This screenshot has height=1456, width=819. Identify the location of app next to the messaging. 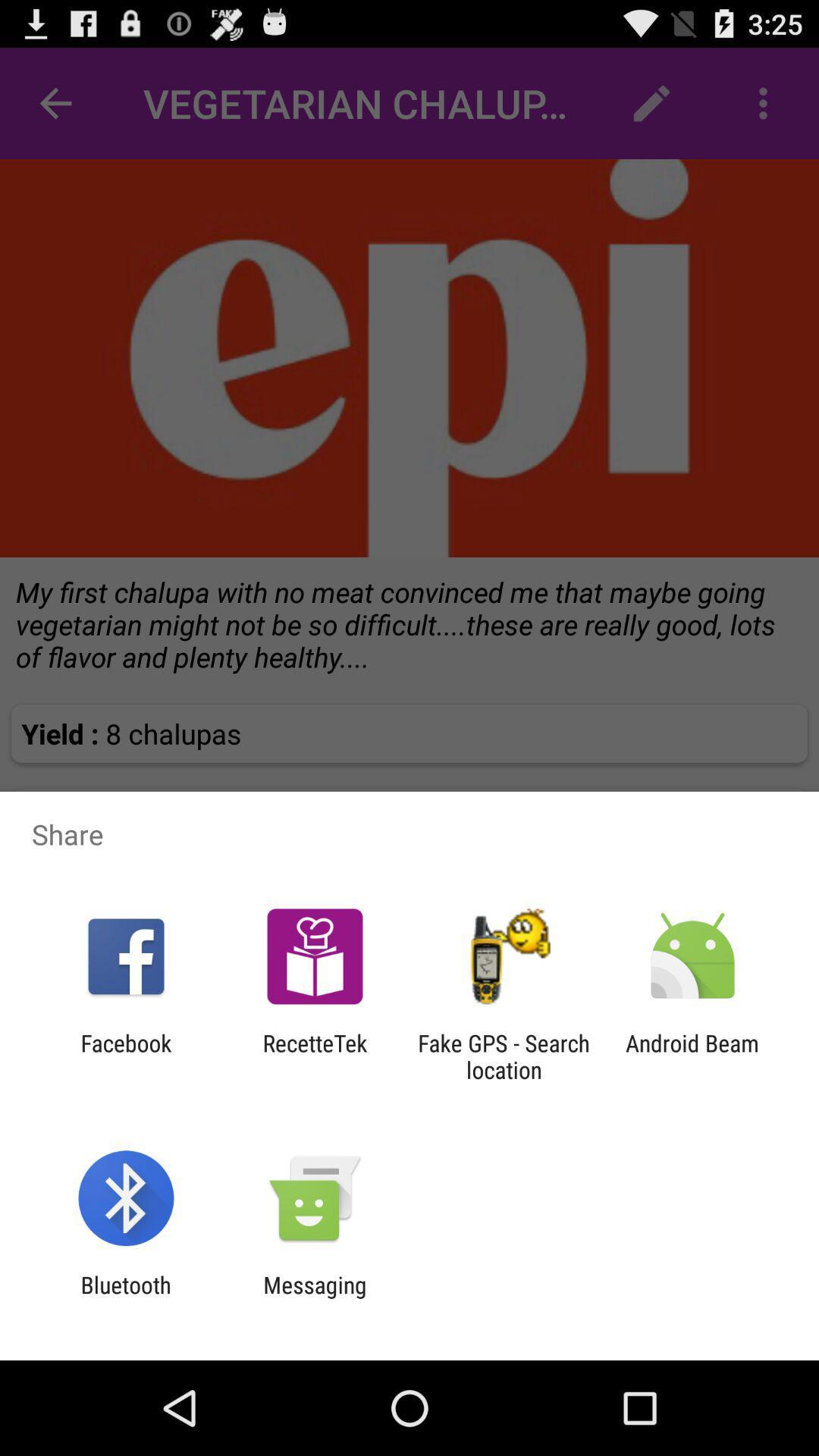
(125, 1298).